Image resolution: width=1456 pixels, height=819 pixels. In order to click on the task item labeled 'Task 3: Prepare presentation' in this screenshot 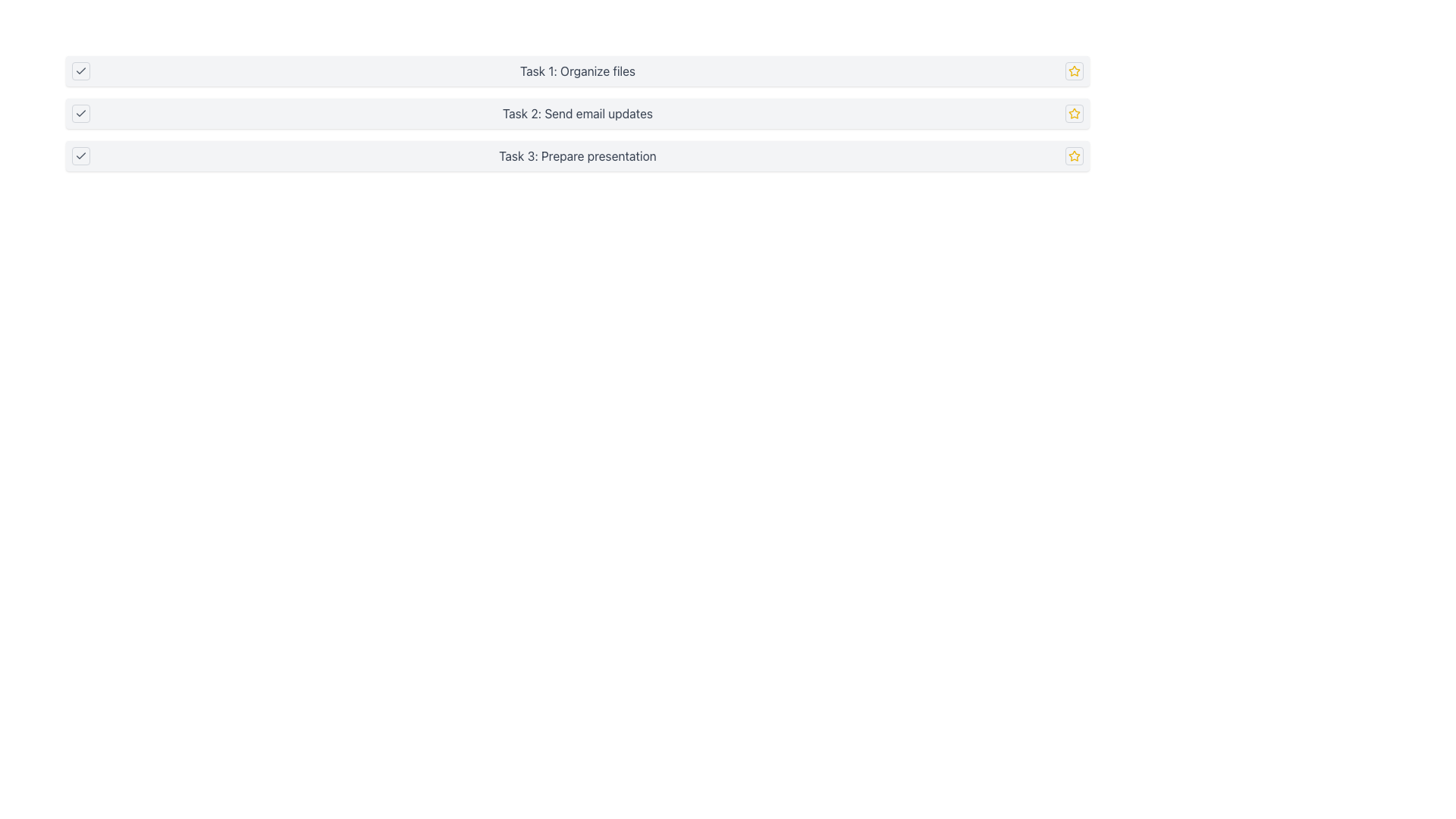, I will do `click(577, 155)`.